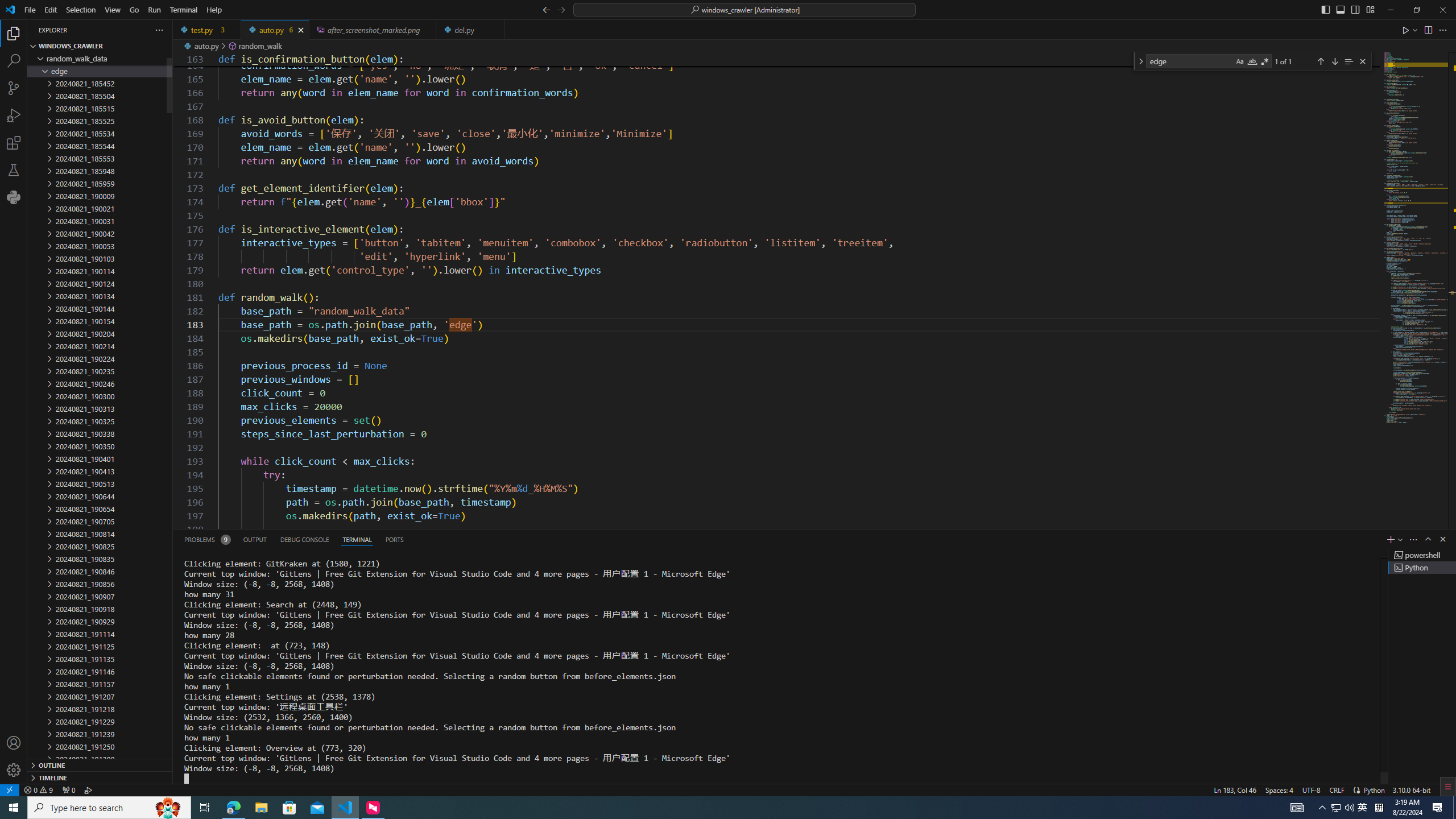 This screenshot has width=1456, height=819. What do you see at coordinates (14, 61) in the screenshot?
I see `'Search (Ctrl+Shift+F)'` at bounding box center [14, 61].